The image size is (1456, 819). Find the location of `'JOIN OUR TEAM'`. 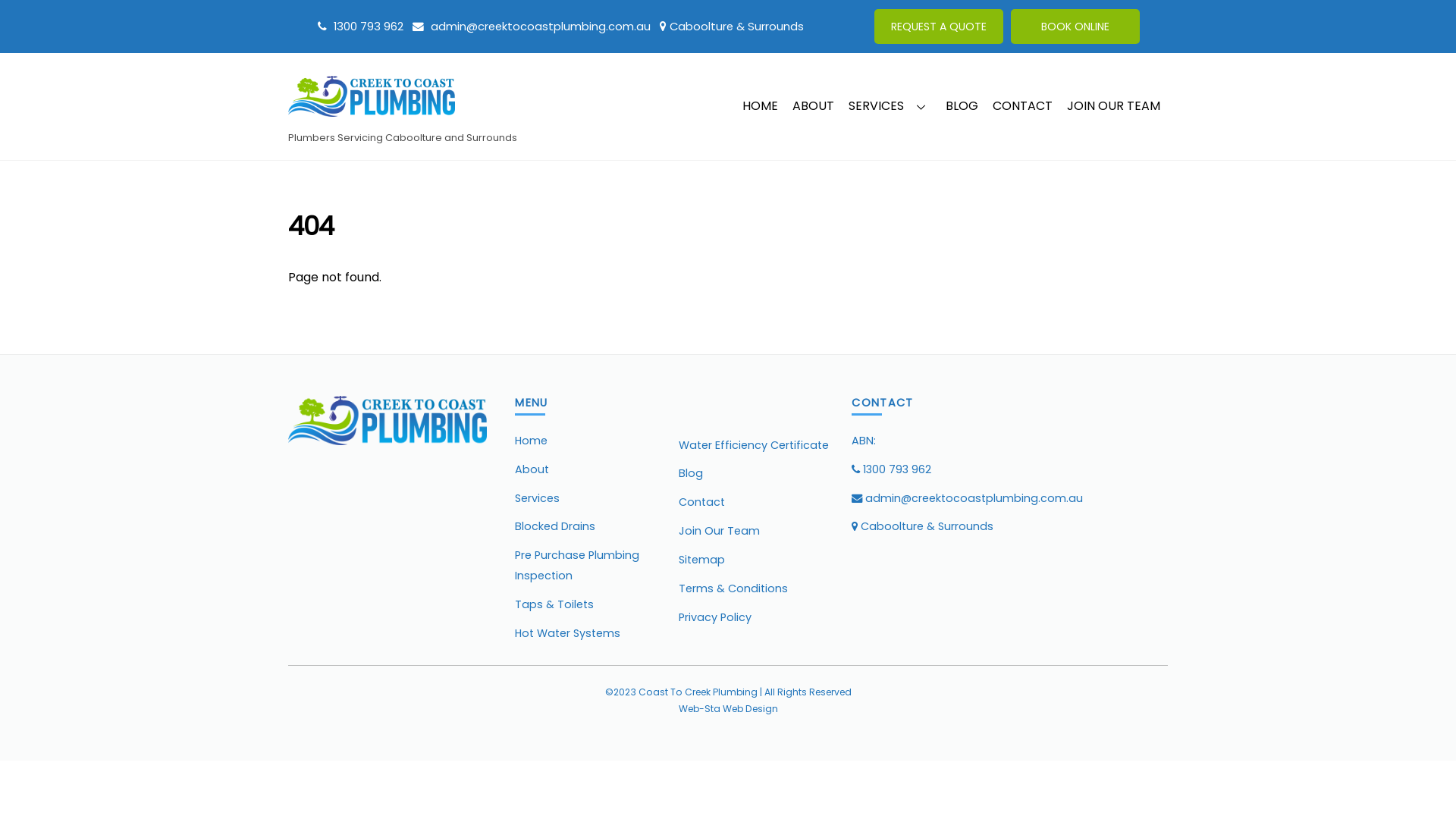

'JOIN OUR TEAM' is located at coordinates (1113, 106).